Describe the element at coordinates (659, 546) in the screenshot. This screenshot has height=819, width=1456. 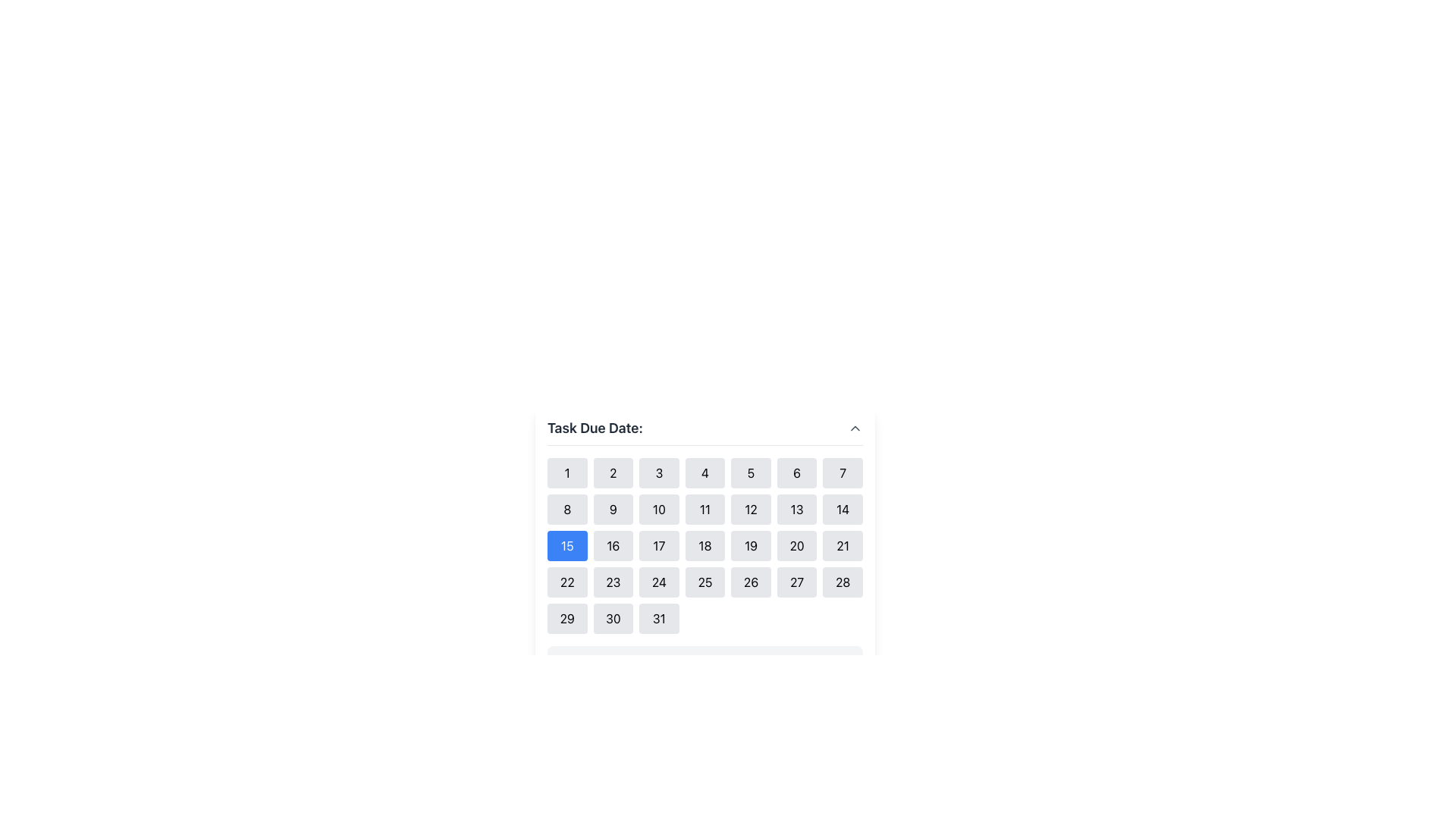
I see `the button displaying the number '17'` at that location.